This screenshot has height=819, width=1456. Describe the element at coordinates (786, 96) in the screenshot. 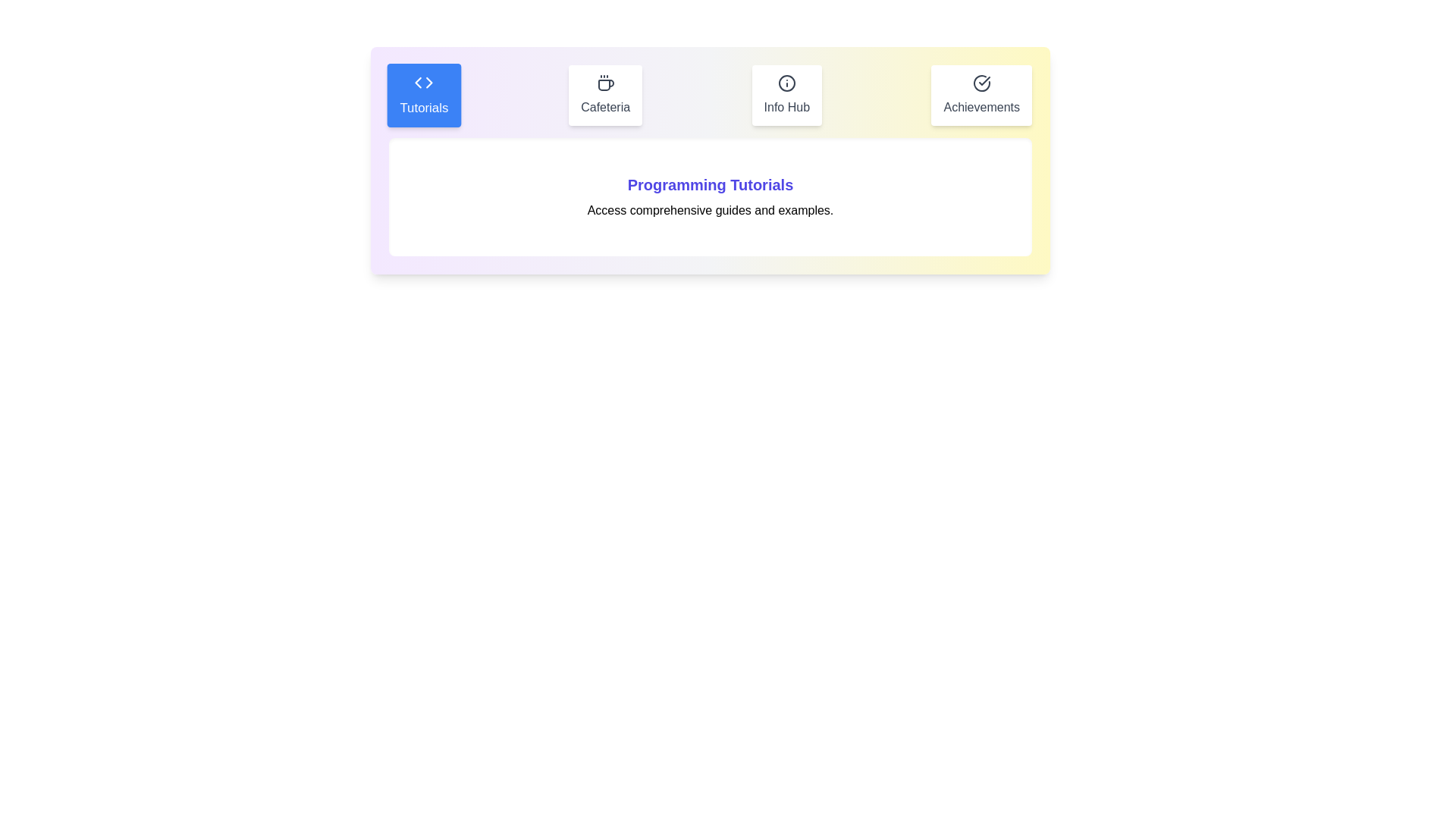

I see `the Info Hub tab to view its content` at that location.